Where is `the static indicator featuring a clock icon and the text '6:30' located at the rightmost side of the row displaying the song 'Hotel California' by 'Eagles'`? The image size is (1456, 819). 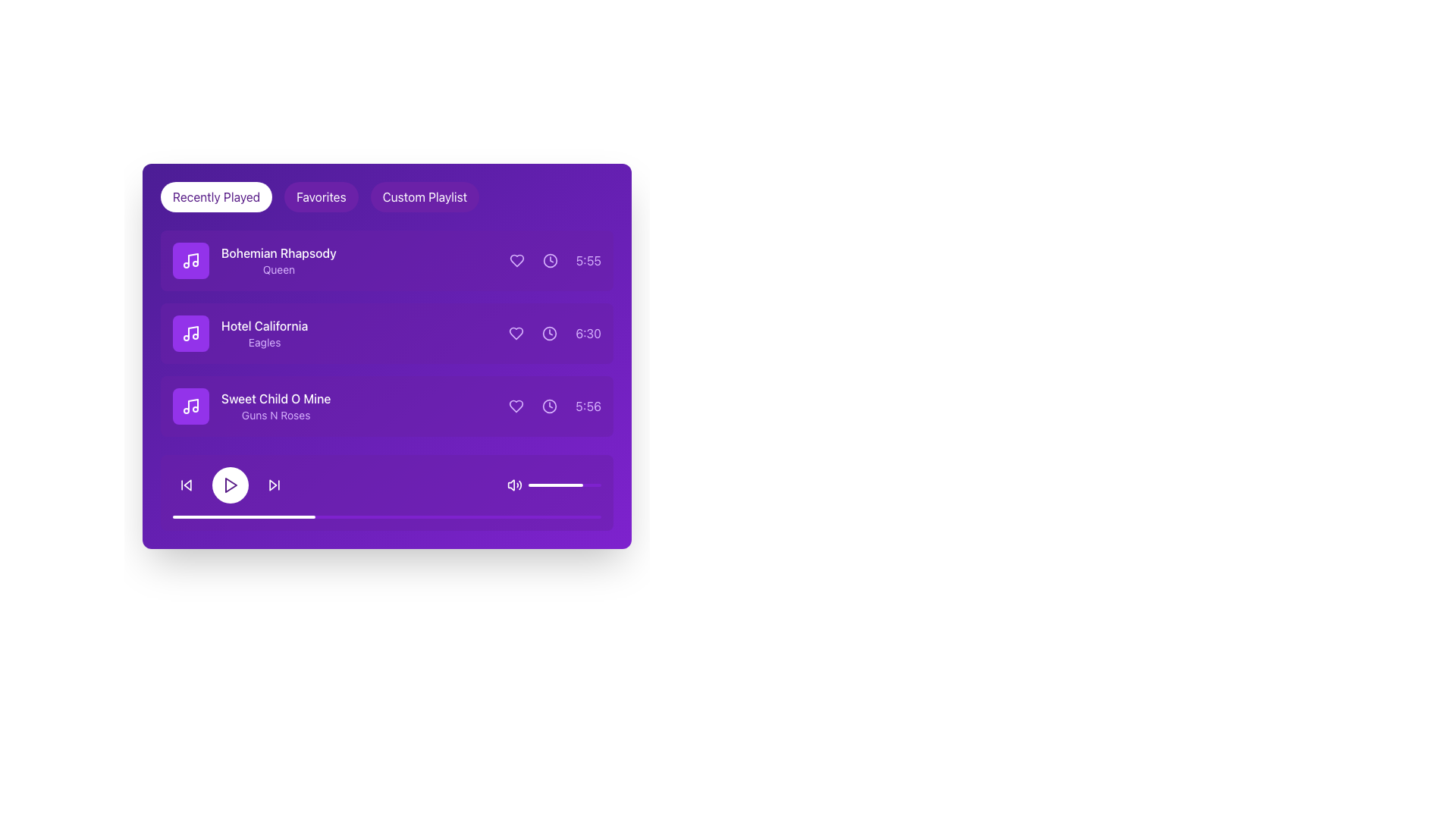
the static indicator featuring a clock icon and the text '6:30' located at the rightmost side of the row displaying the song 'Hotel California' by 'Eagles' is located at coordinates (554, 332).